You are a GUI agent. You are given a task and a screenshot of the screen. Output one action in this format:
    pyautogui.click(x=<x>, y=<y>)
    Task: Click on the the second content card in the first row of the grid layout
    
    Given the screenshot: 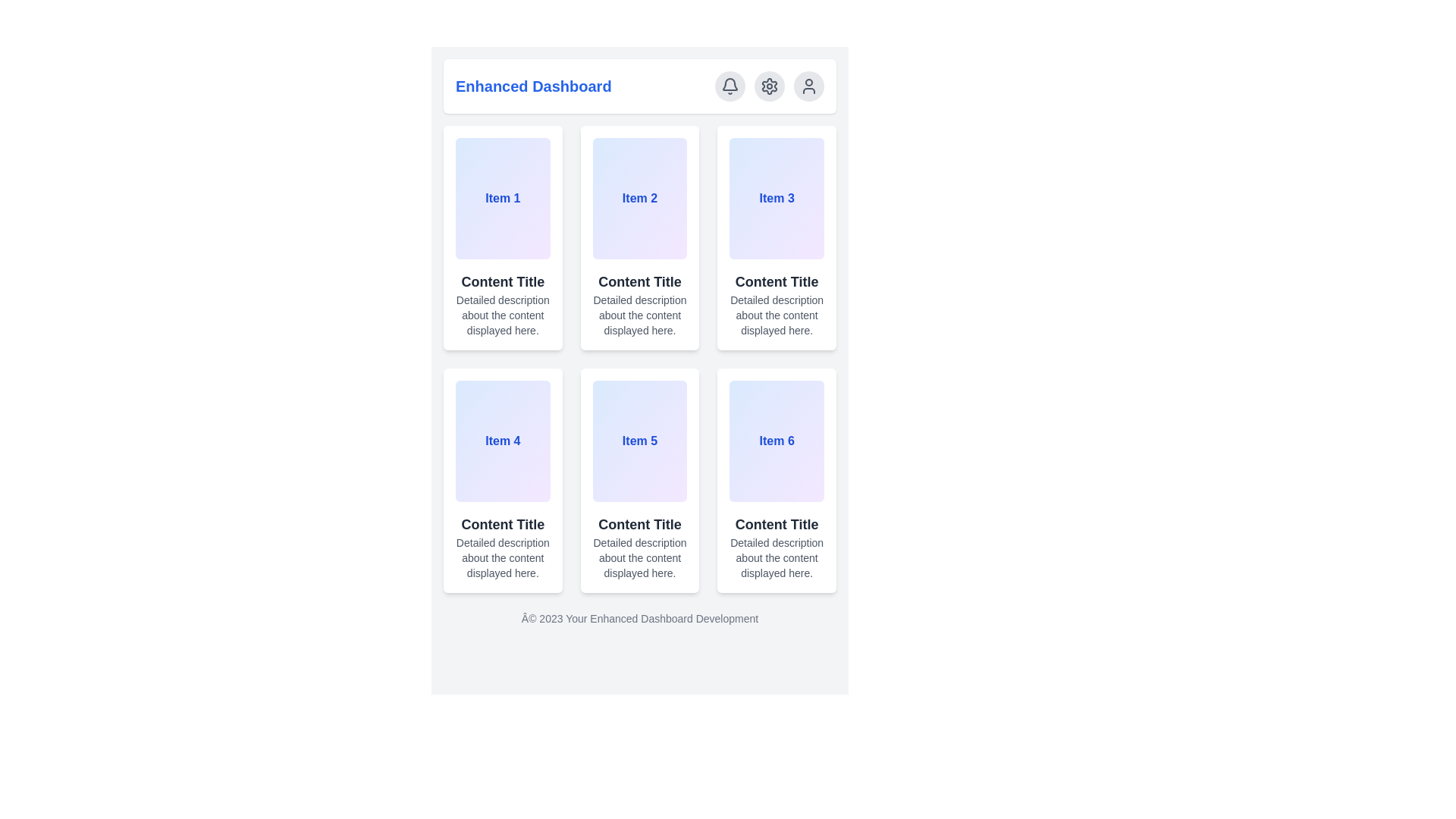 What is the action you would take?
    pyautogui.click(x=640, y=237)
    